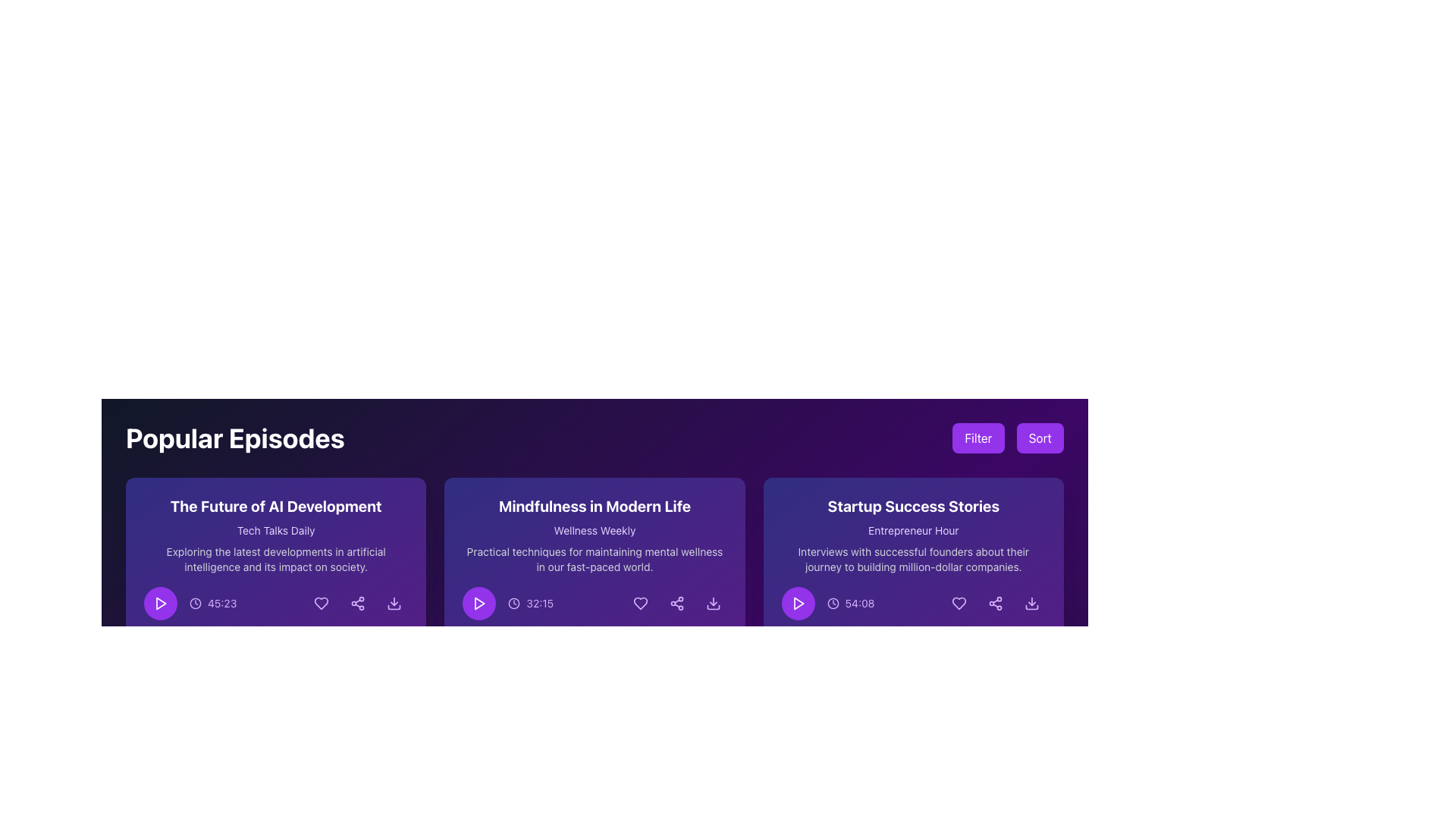 The height and width of the screenshot is (819, 1456). I want to click on the heart icon that indicates a 'favorite' or 'like' function within the 'Startup Success Stories' card, positioned to the right of the play button, so click(959, 602).